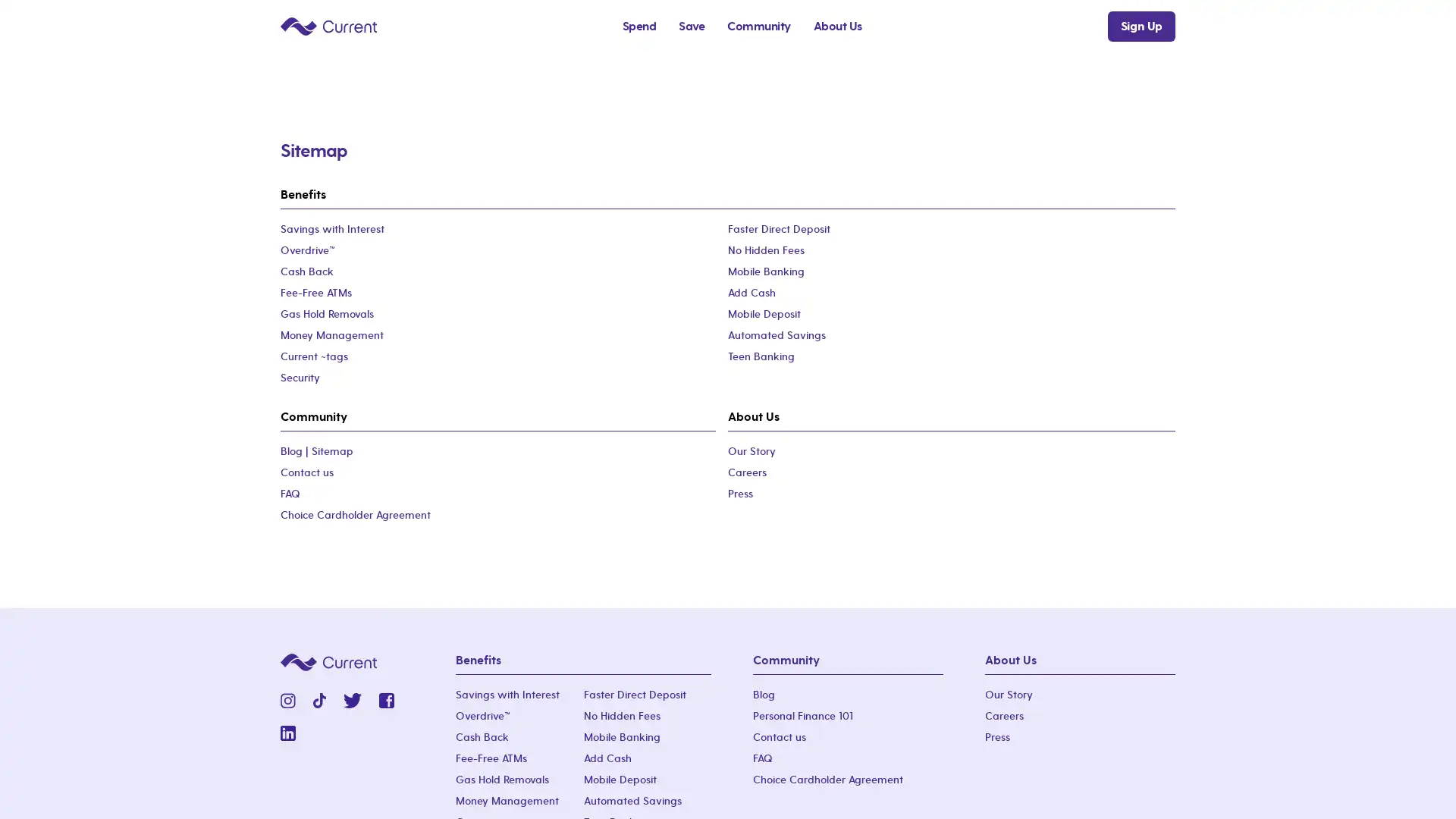 Image resolution: width=1456 pixels, height=819 pixels. What do you see at coordinates (482, 736) in the screenshot?
I see `Cash Back` at bounding box center [482, 736].